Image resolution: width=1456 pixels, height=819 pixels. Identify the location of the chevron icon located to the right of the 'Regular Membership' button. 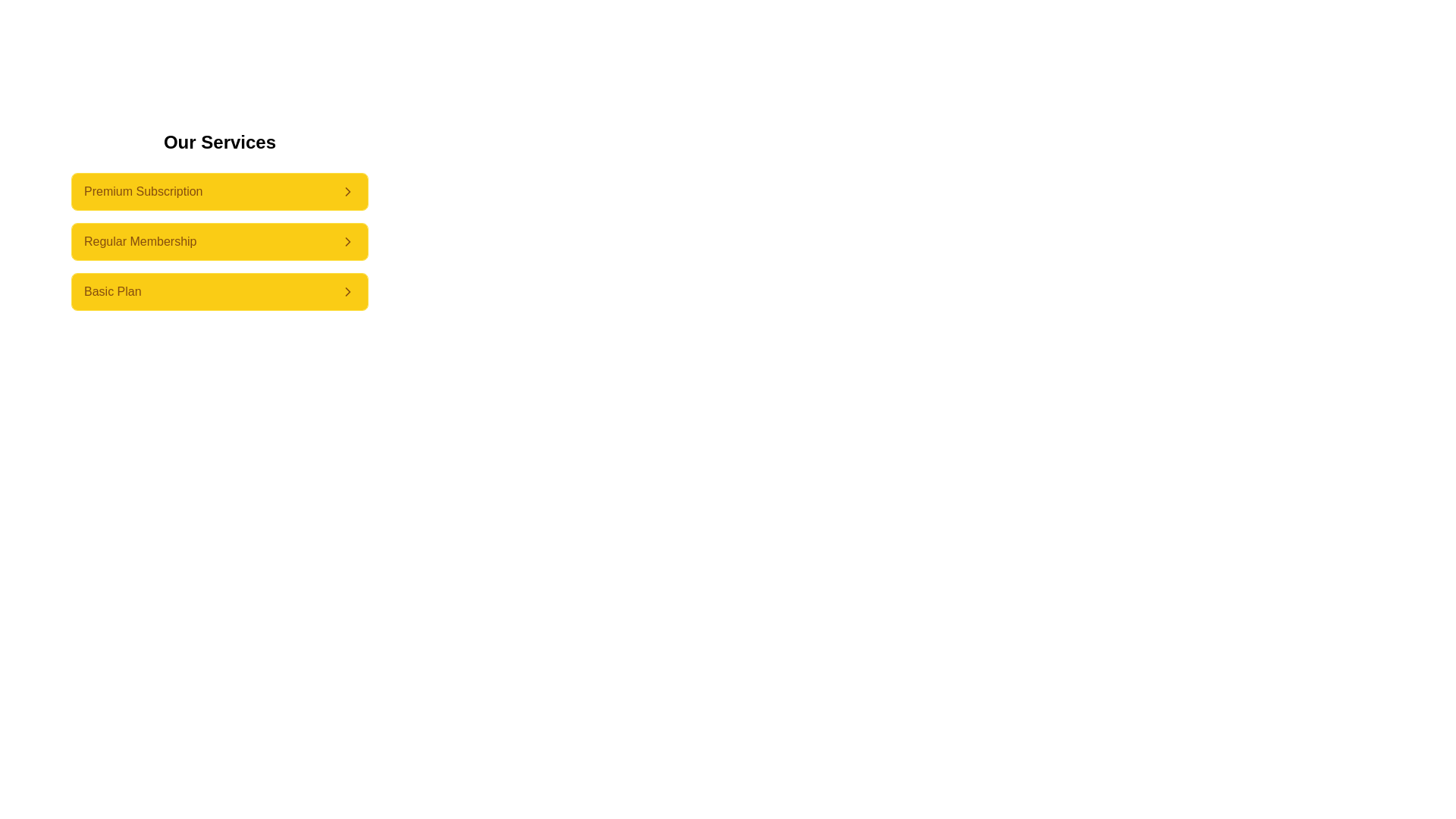
(347, 241).